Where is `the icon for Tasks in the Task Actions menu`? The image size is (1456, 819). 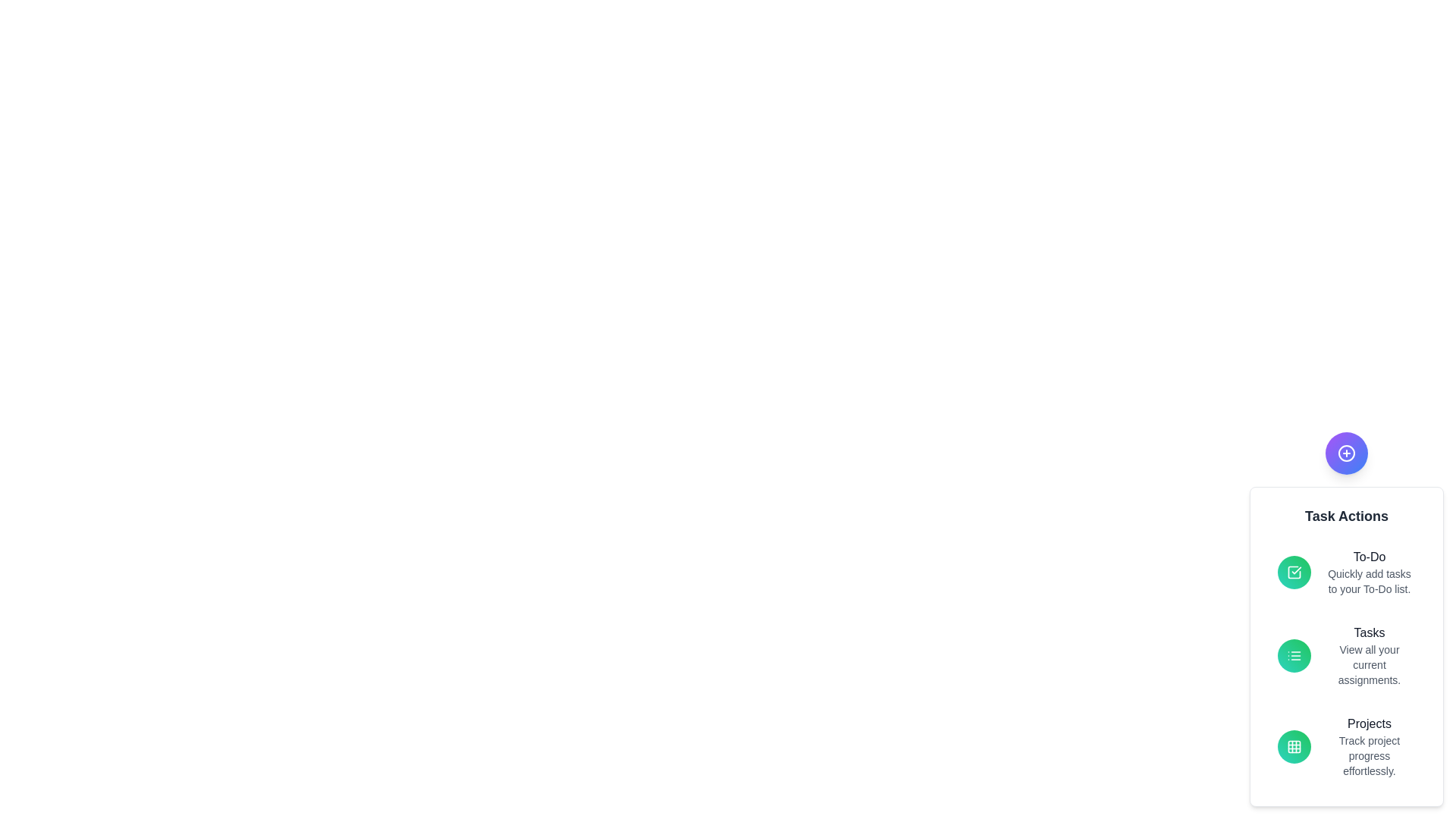
the icon for Tasks in the Task Actions menu is located at coordinates (1294, 654).